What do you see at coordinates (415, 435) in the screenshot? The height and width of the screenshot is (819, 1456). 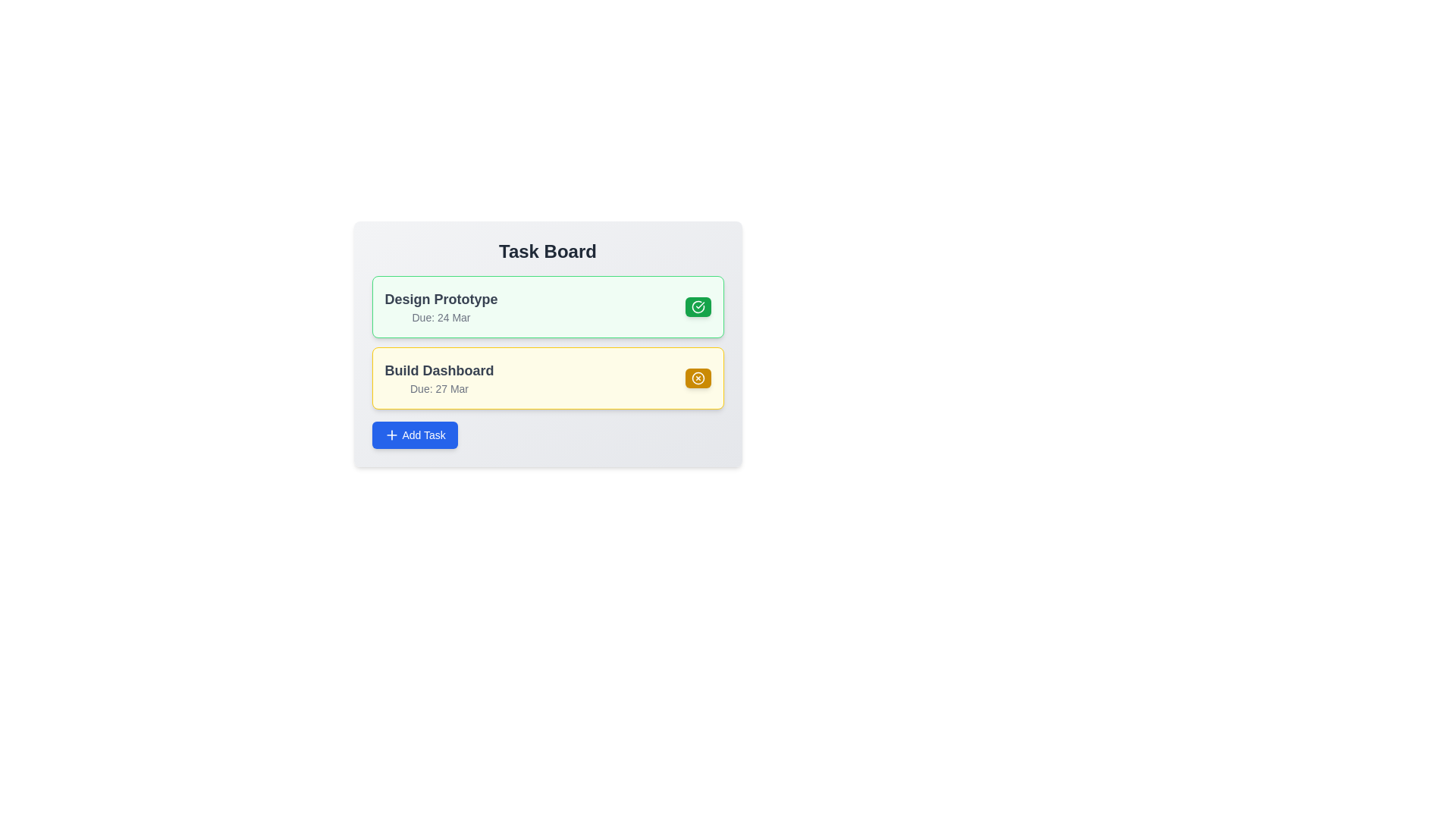 I see `'Add Task' button to add a new task` at bounding box center [415, 435].